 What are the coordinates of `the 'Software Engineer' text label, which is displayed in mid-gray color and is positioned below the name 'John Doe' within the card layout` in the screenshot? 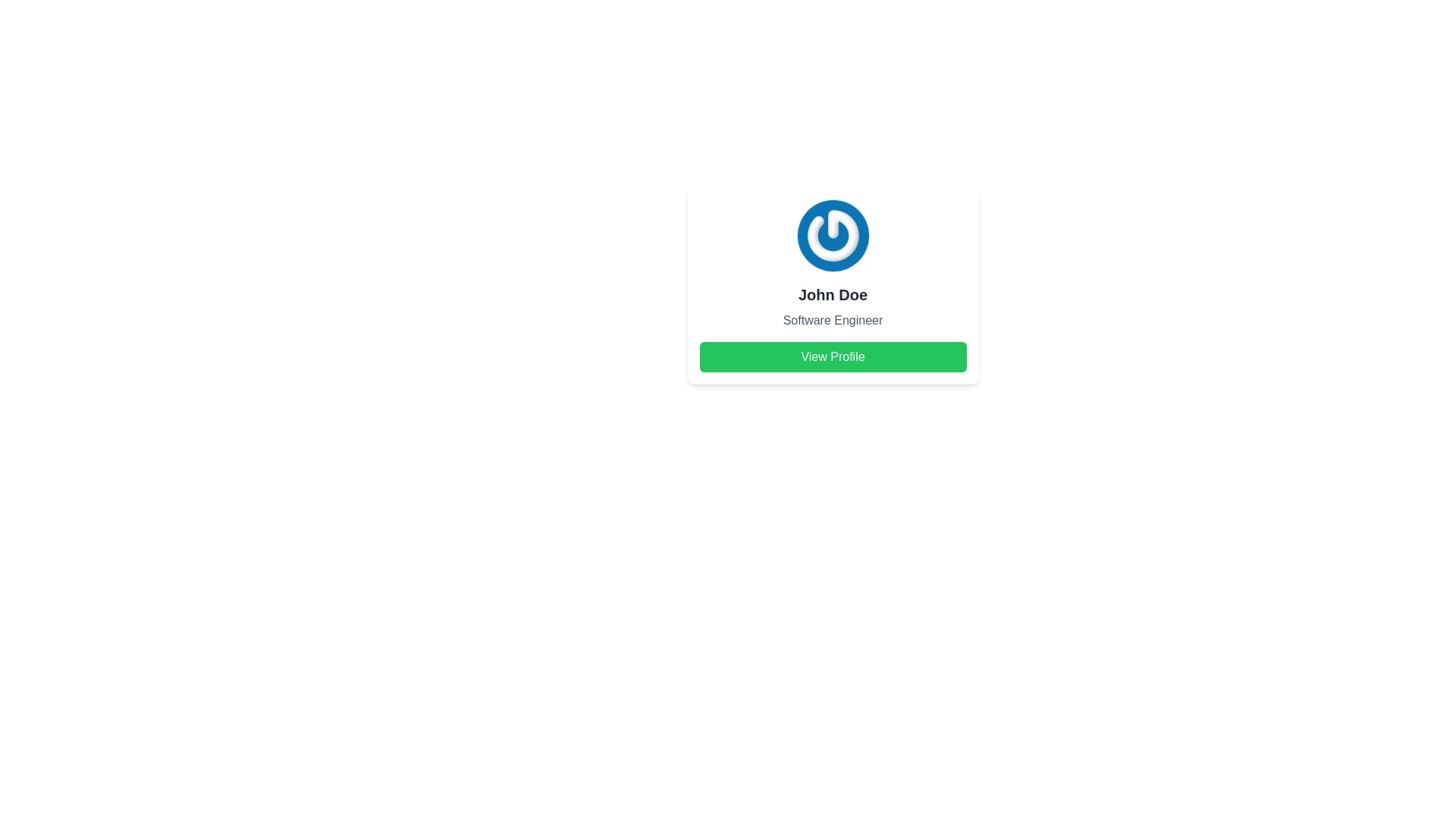 It's located at (832, 320).